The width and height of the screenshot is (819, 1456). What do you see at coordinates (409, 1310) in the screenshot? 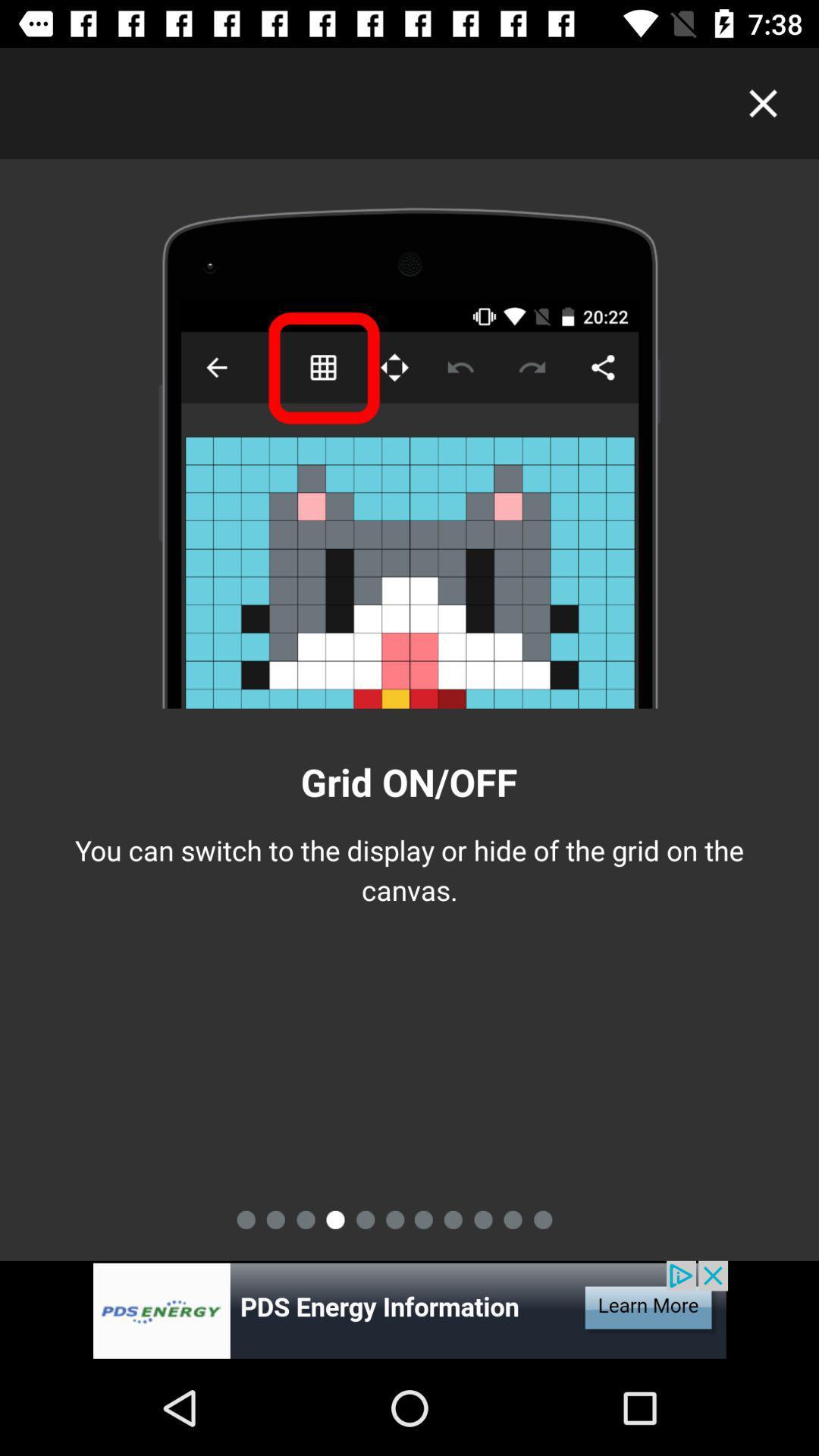
I see `advertisement space` at bounding box center [409, 1310].